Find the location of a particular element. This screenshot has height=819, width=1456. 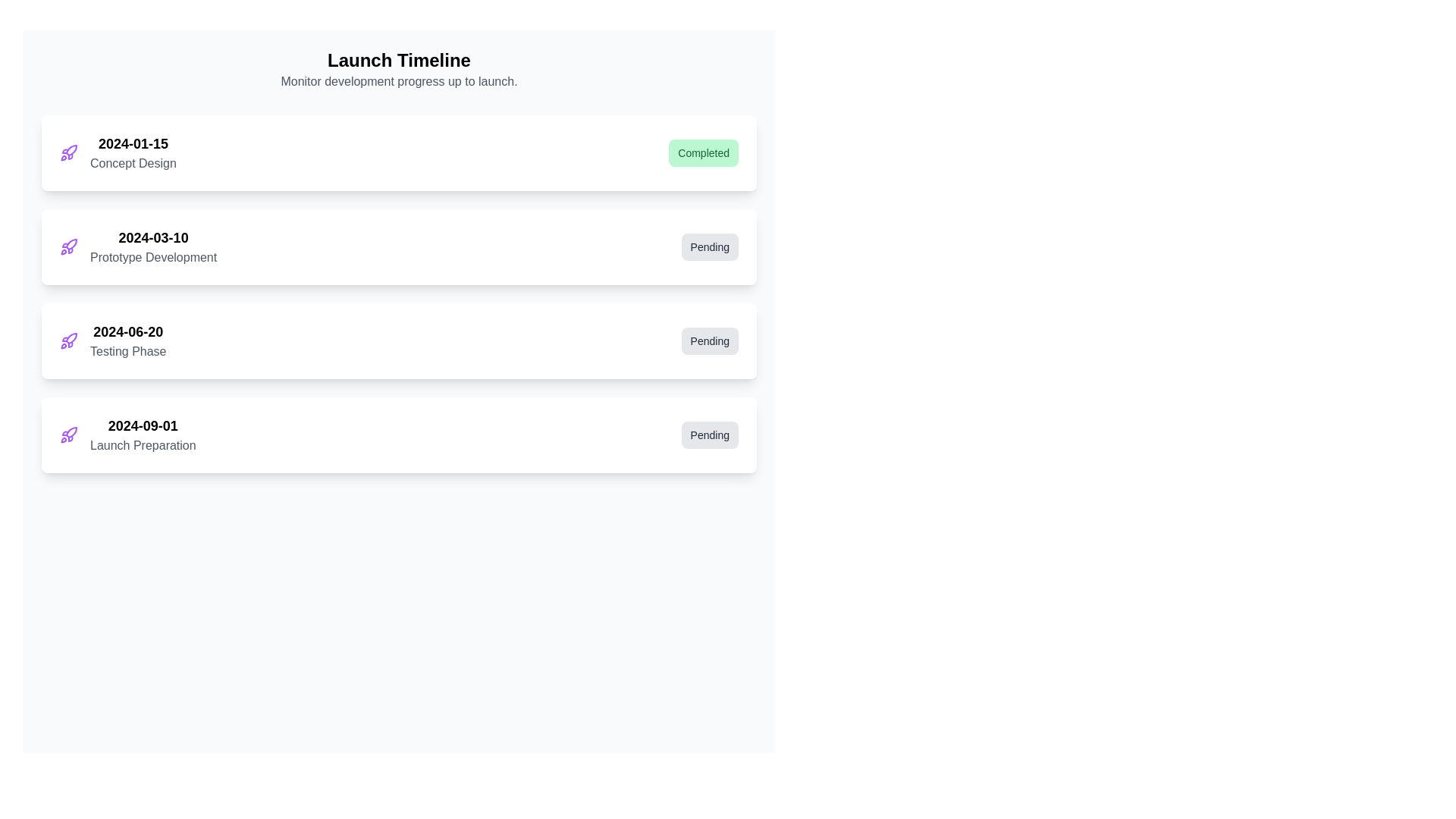

the status badge of the 'Launch Preparation' timeline entry, which is labeled 'Pending' is located at coordinates (399, 435).